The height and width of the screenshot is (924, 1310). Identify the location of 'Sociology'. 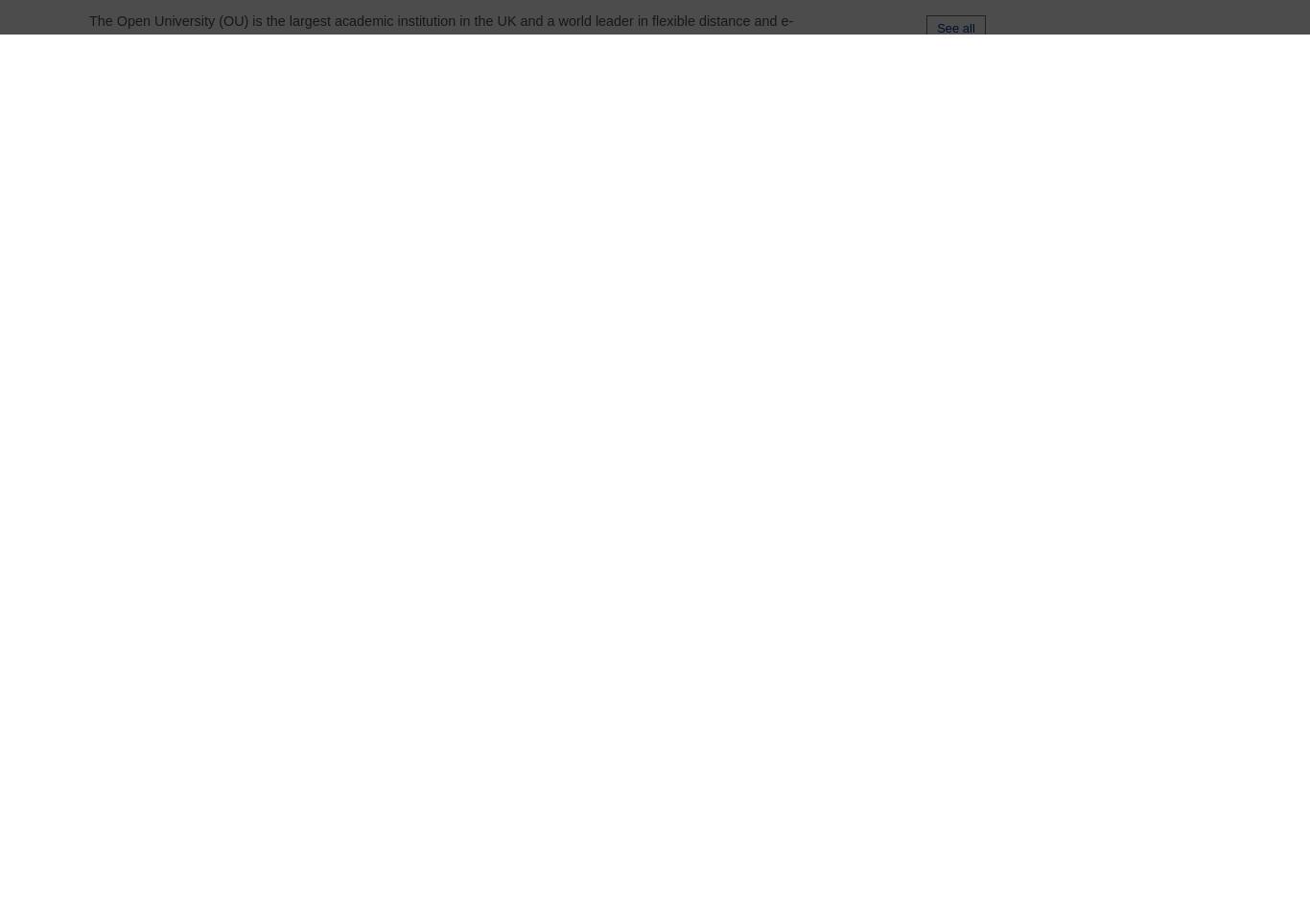
(647, 697).